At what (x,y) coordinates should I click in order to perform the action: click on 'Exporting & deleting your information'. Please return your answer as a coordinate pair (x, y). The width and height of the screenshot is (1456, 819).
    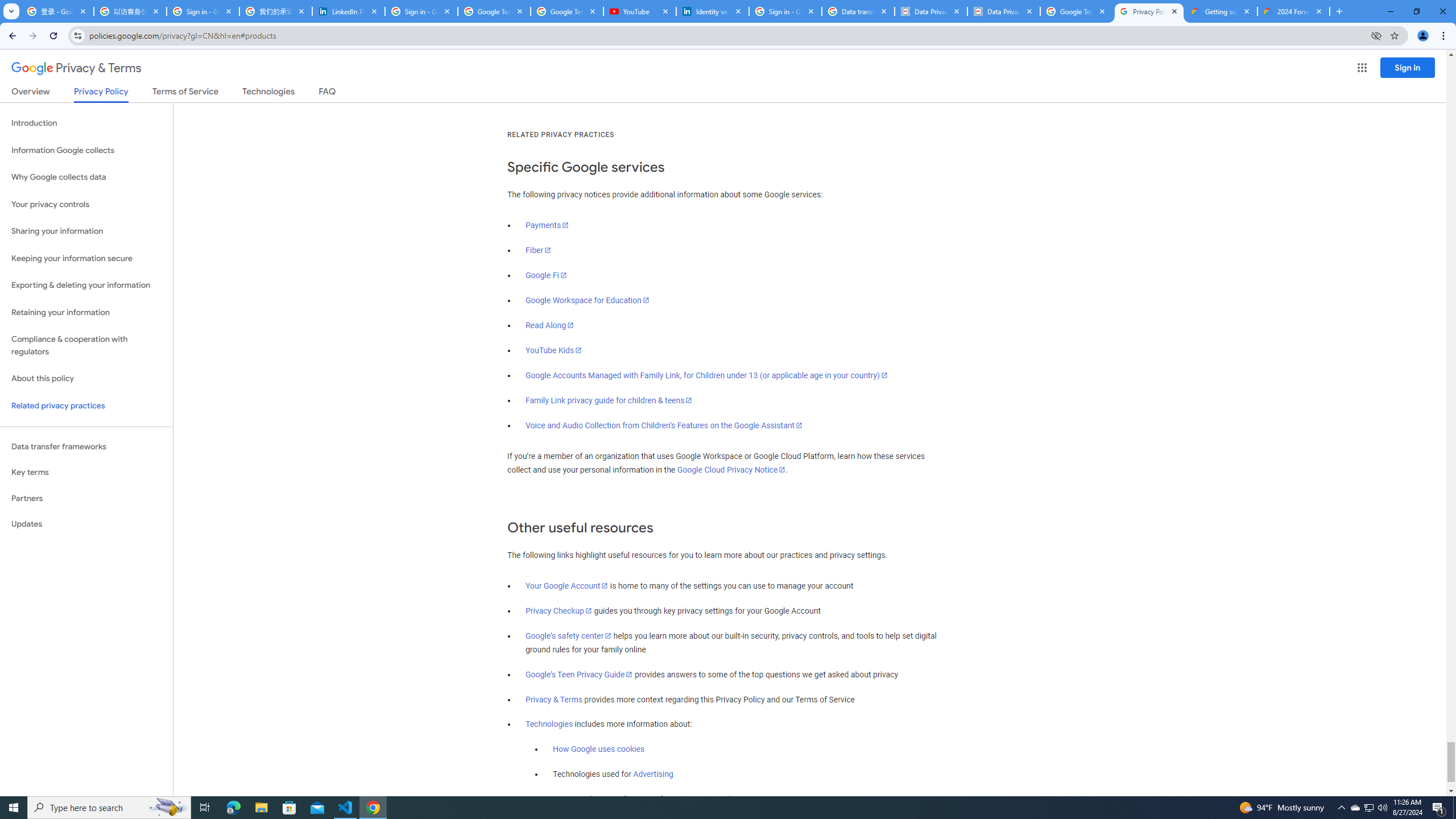
    Looking at the image, I should click on (86, 285).